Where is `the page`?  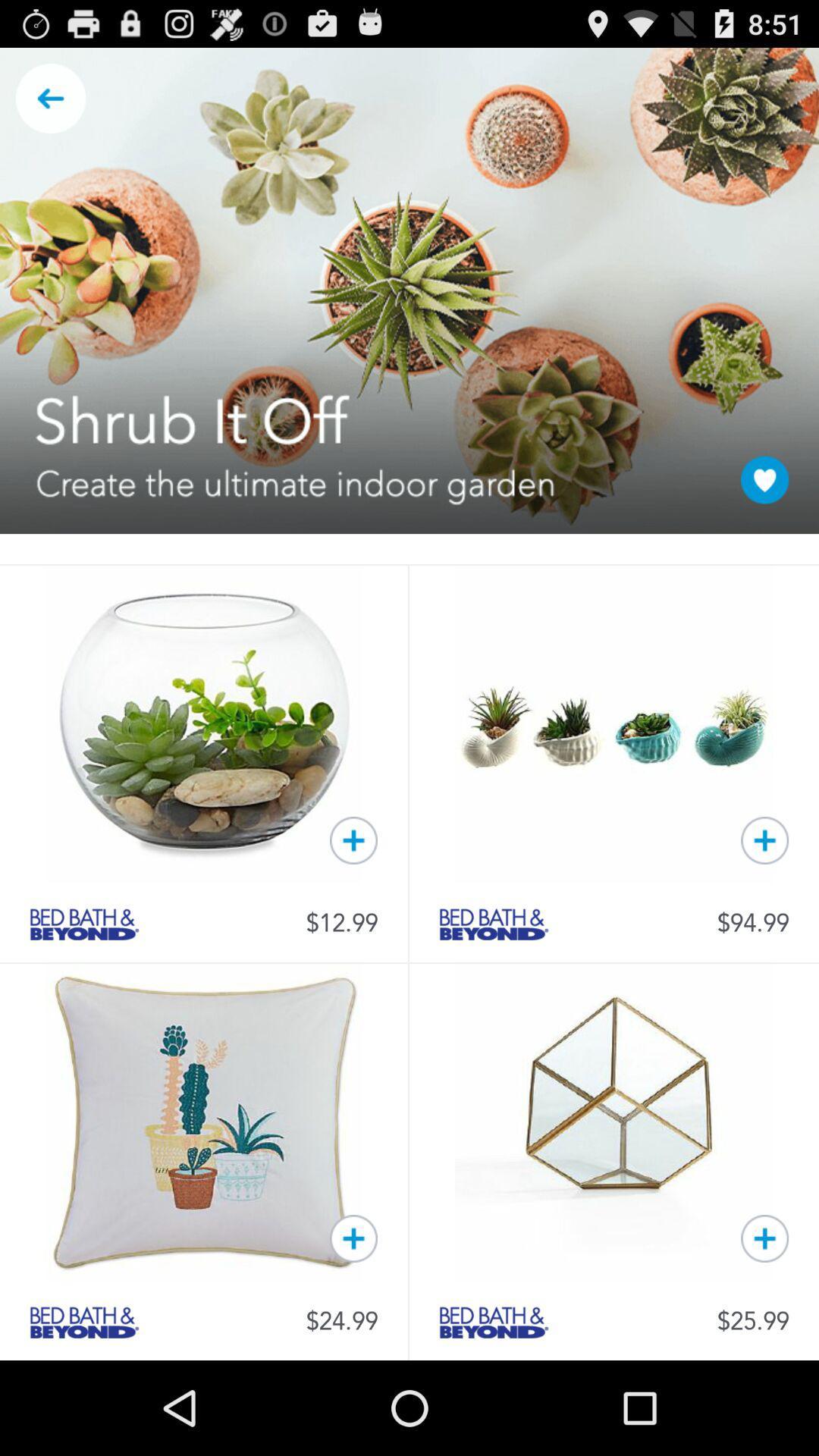 the page is located at coordinates (764, 479).